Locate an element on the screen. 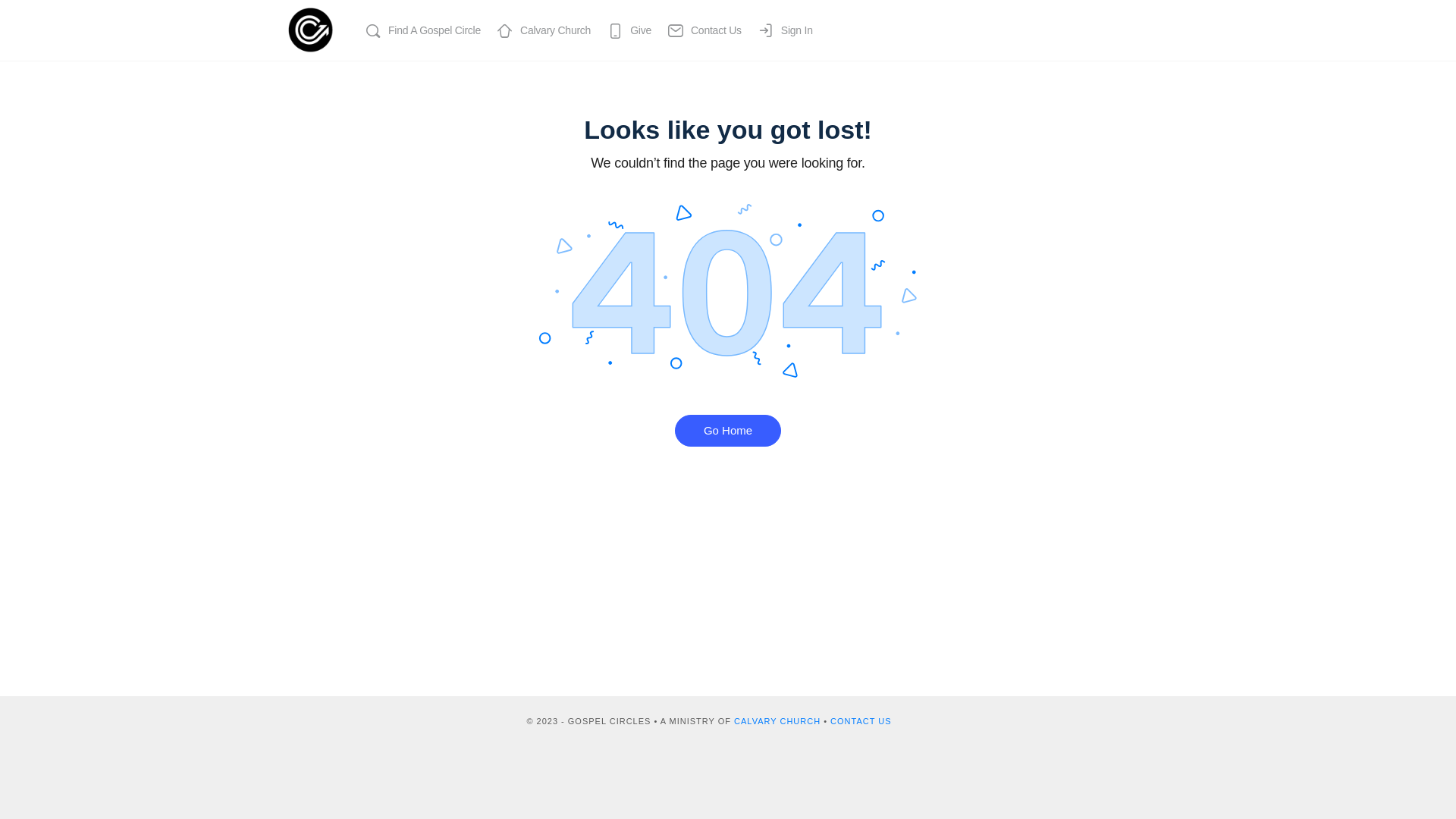  'CONTACT US' is located at coordinates (861, 720).